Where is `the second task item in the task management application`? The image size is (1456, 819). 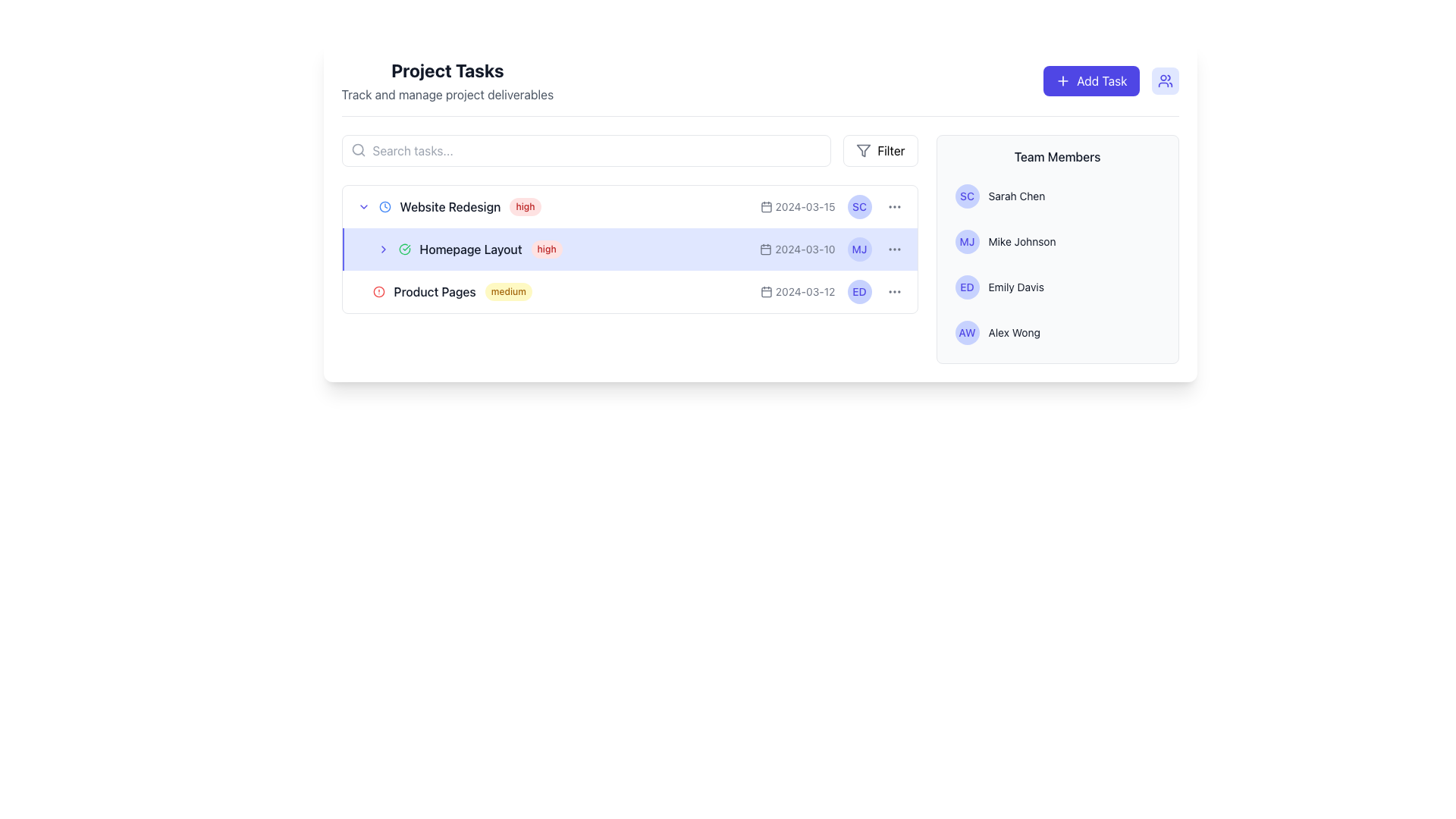 the second task item in the task management application is located at coordinates (629, 248).